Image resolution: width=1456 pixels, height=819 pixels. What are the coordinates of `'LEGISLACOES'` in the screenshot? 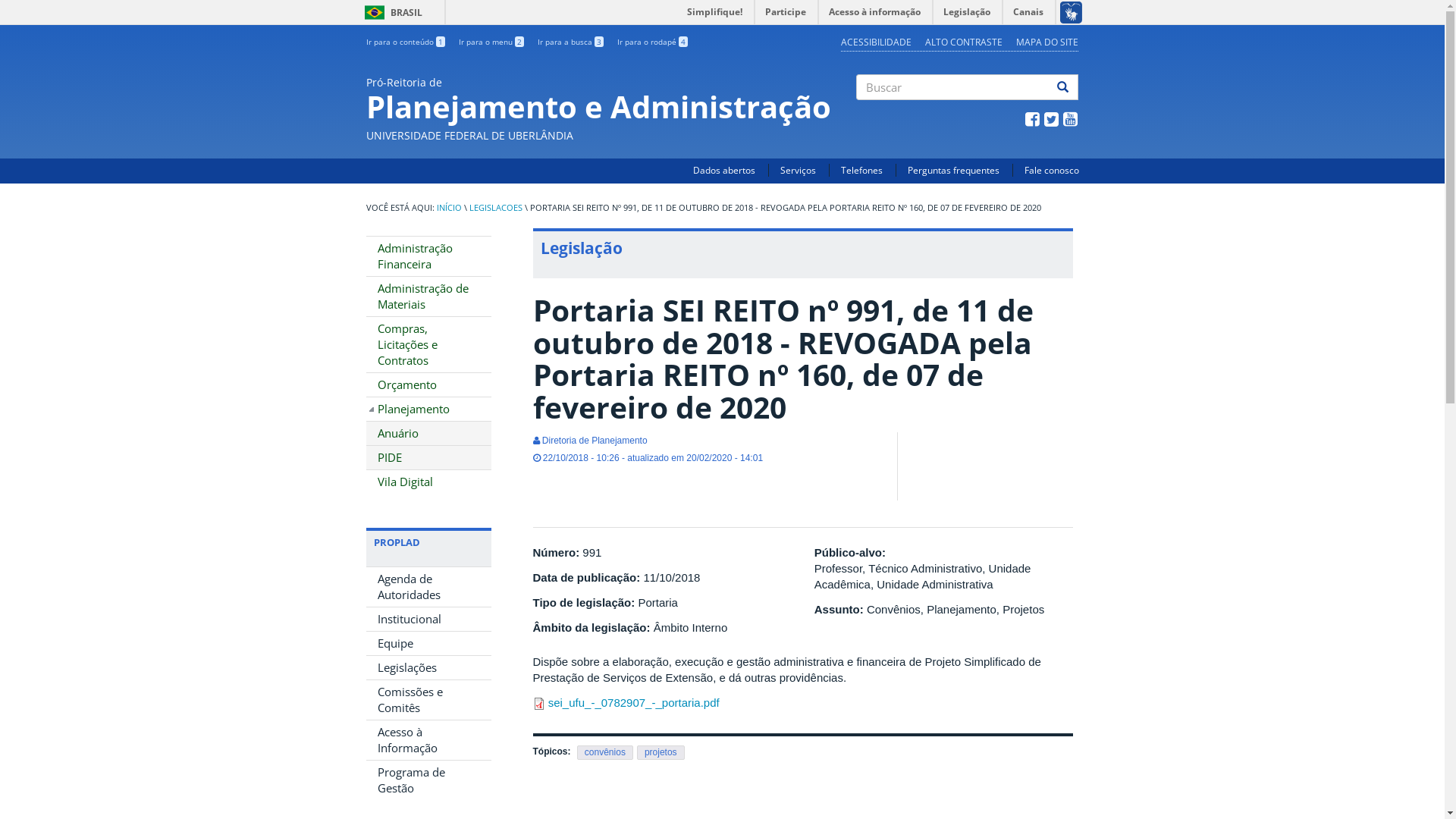 It's located at (494, 207).